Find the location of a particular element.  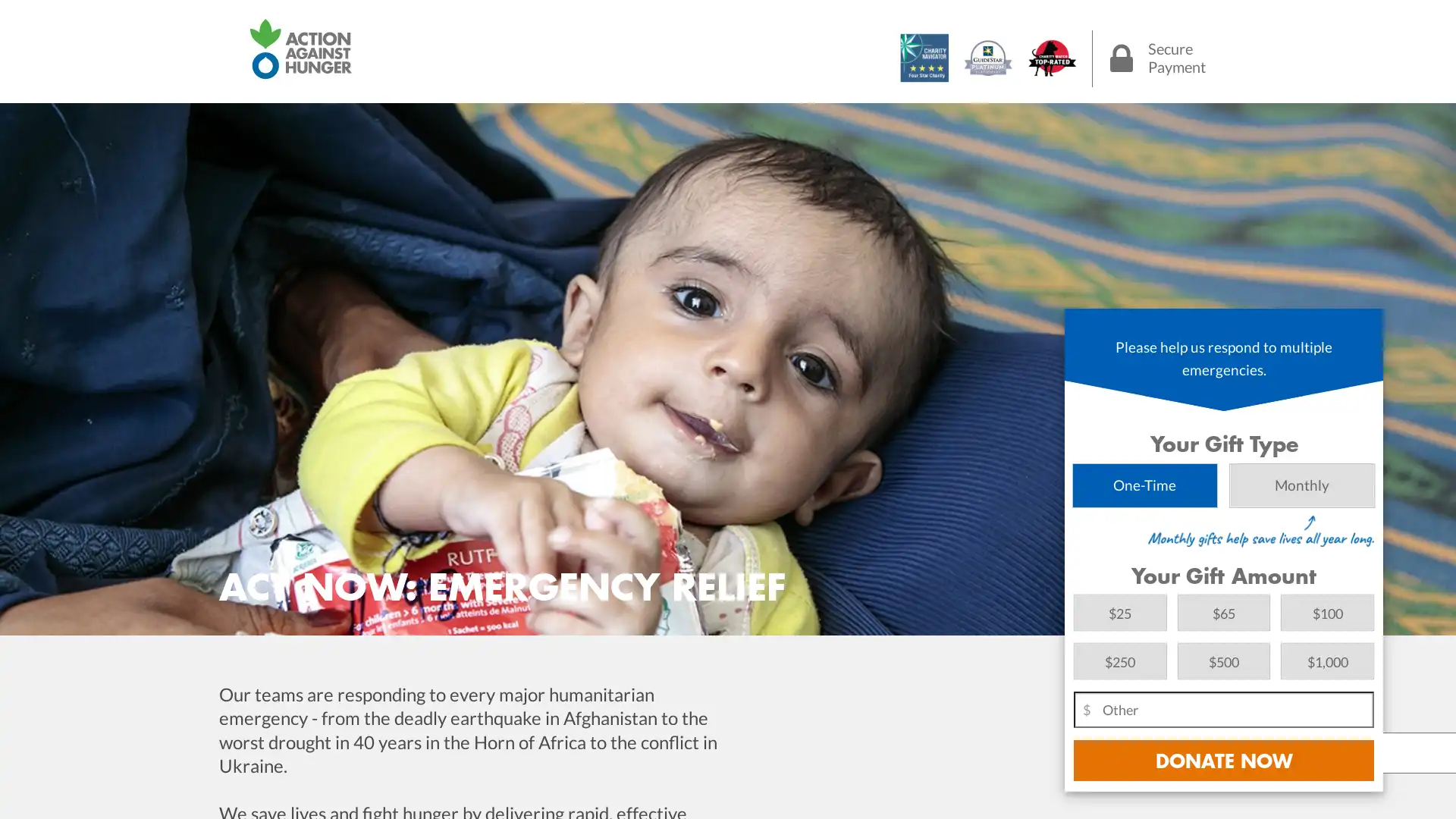

$500 is located at coordinates (1223, 660).